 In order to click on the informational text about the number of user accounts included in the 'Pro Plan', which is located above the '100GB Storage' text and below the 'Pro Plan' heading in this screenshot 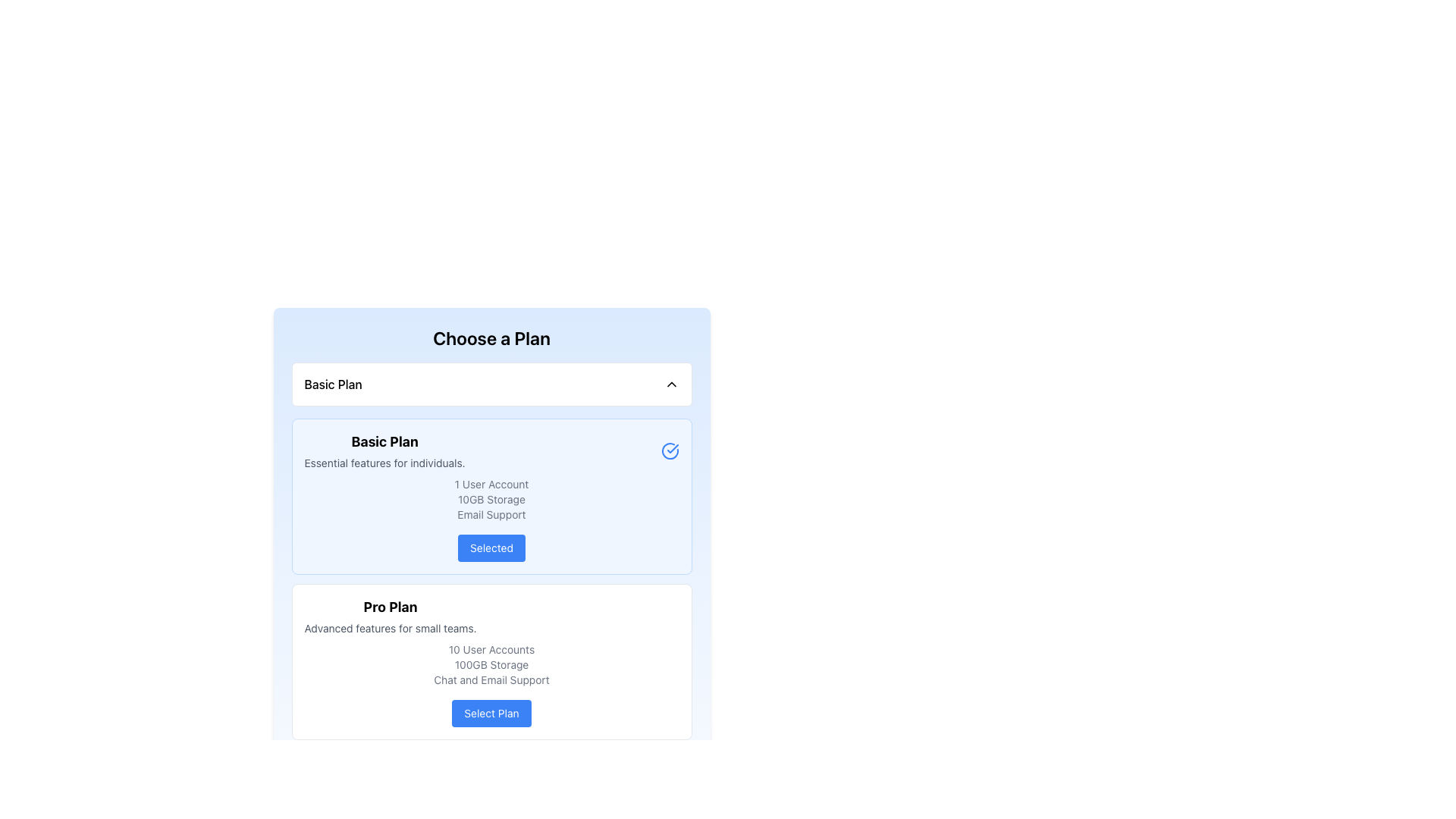, I will do `click(491, 648)`.